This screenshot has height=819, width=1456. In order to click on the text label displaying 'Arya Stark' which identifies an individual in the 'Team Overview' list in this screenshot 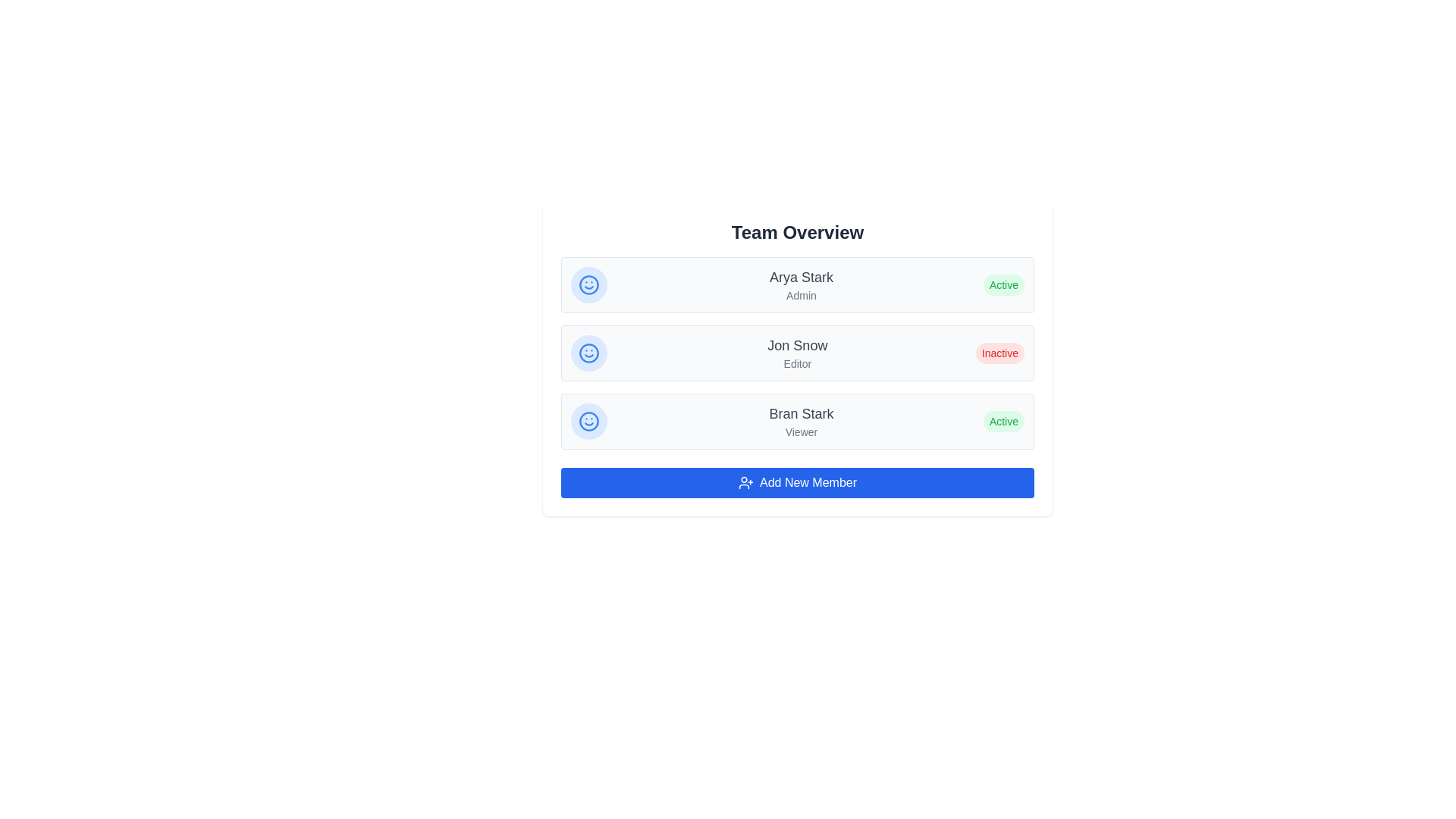, I will do `click(800, 278)`.